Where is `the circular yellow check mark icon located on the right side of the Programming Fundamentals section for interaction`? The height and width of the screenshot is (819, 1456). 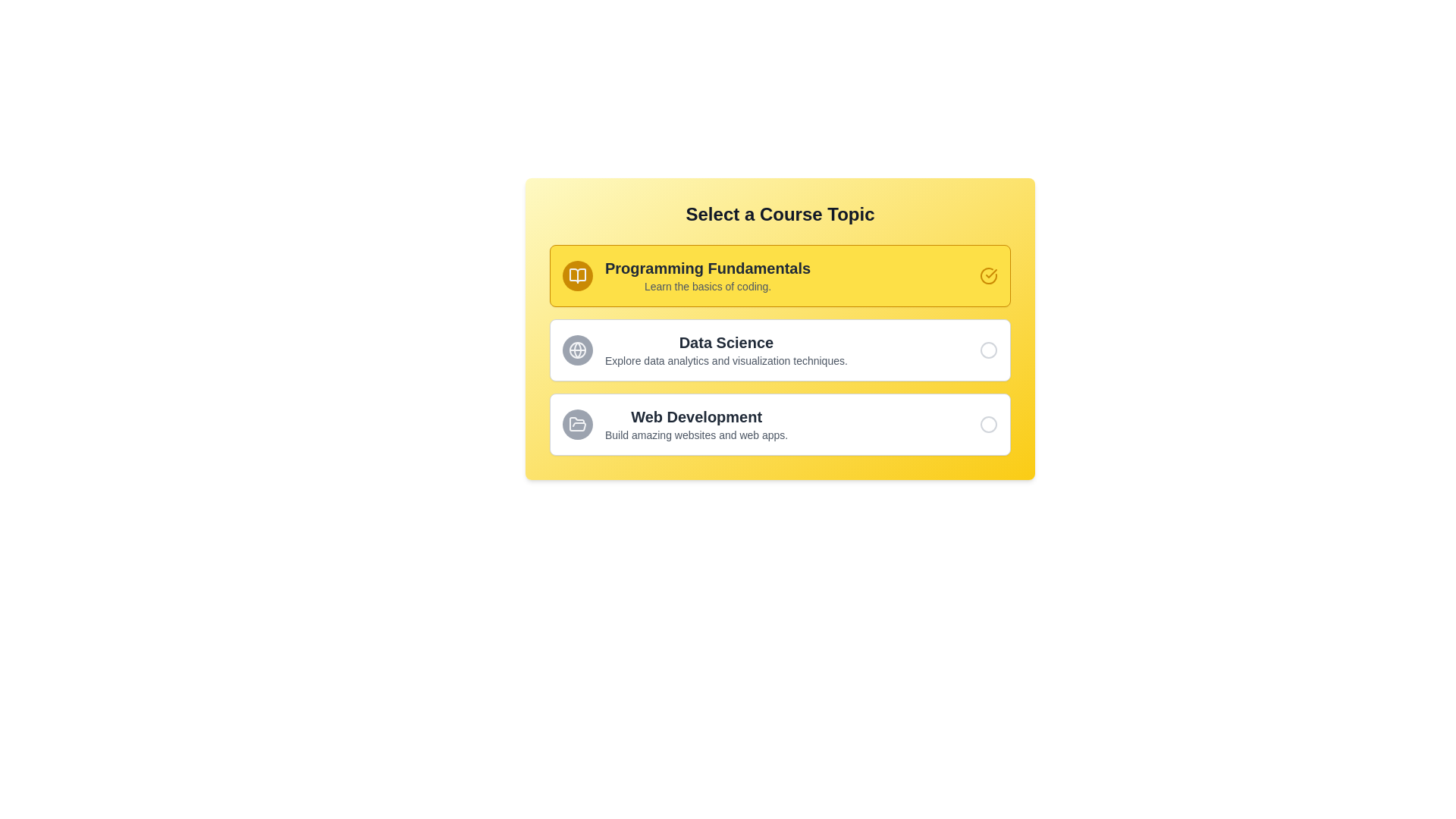
the circular yellow check mark icon located on the right side of the Programming Fundamentals section for interaction is located at coordinates (989, 275).